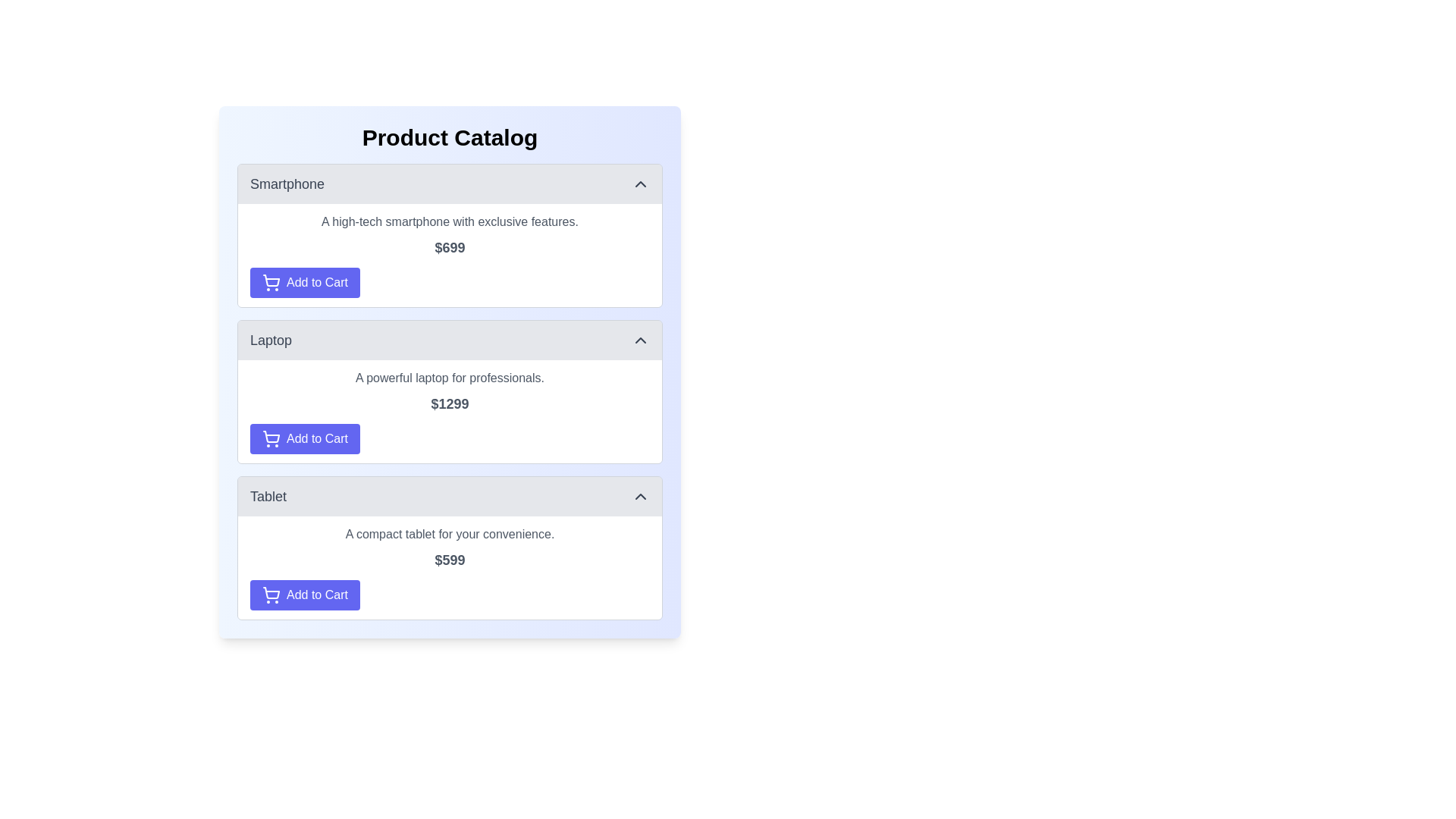 Image resolution: width=1456 pixels, height=819 pixels. I want to click on text of the Text Label that serves as the heading for the product listing, titled 'Product Catalog', which is positioned at the very top of the section, so click(449, 137).